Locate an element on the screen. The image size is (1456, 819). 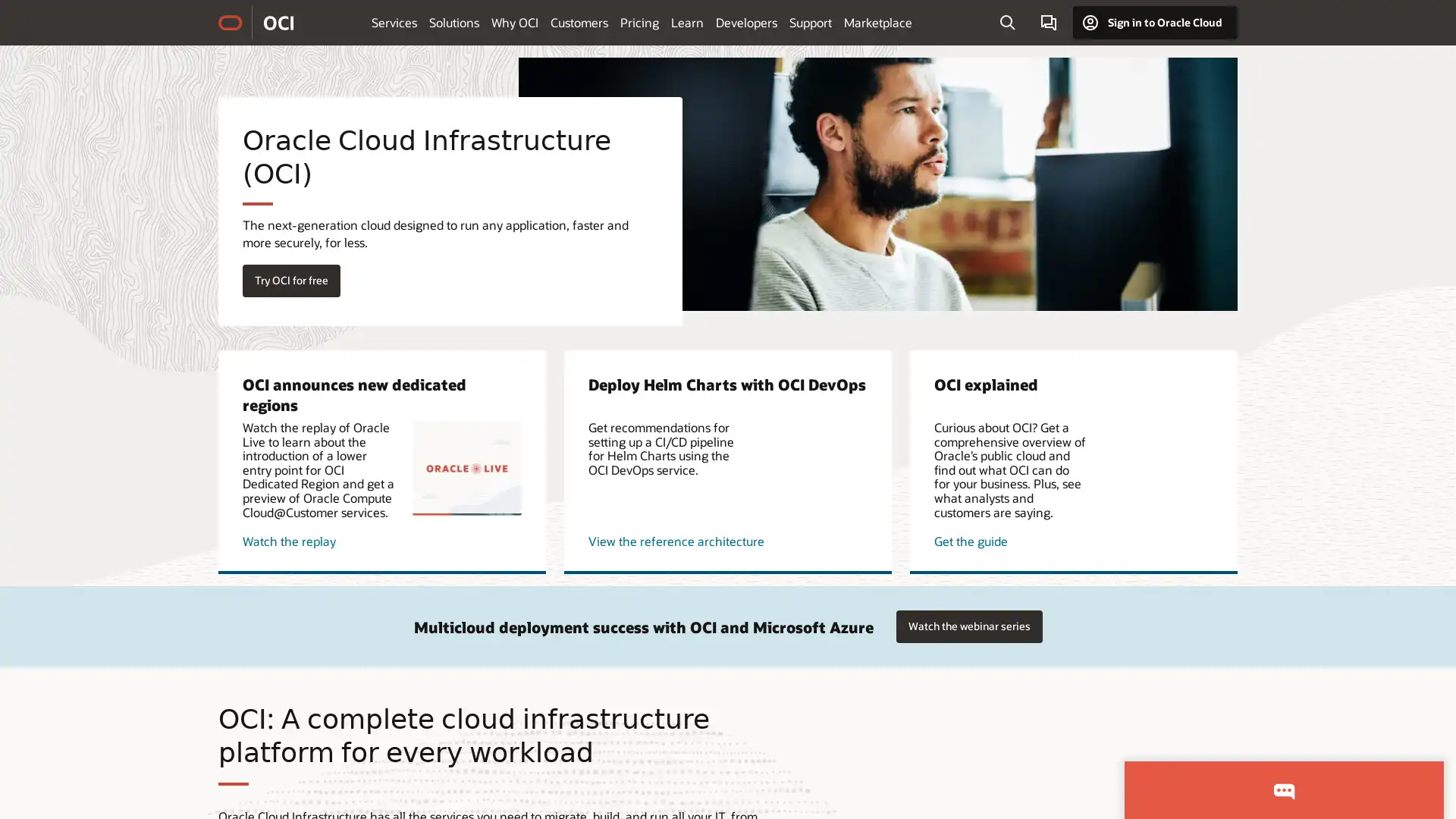
Pricing is located at coordinates (639, 22).